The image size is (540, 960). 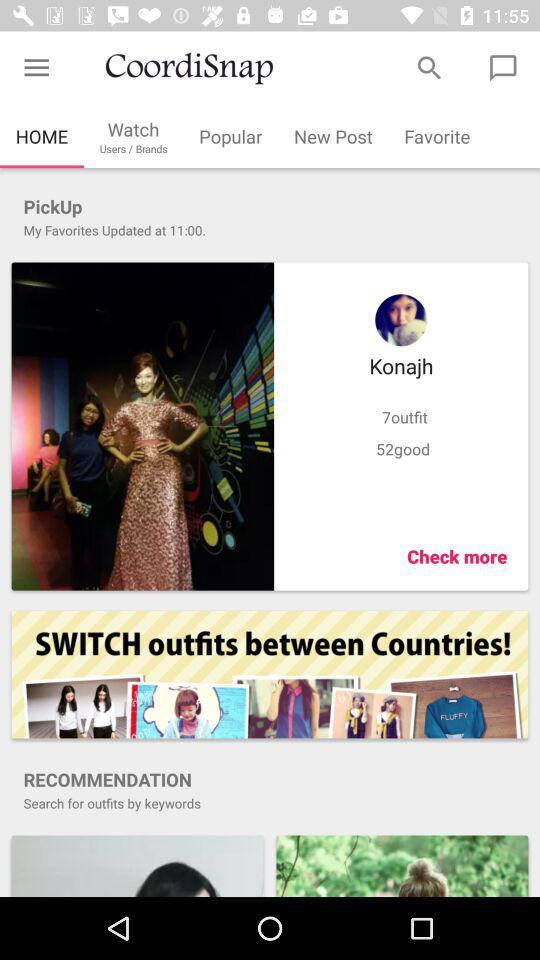 I want to click on tu nueva amiga, so click(x=136, y=864).